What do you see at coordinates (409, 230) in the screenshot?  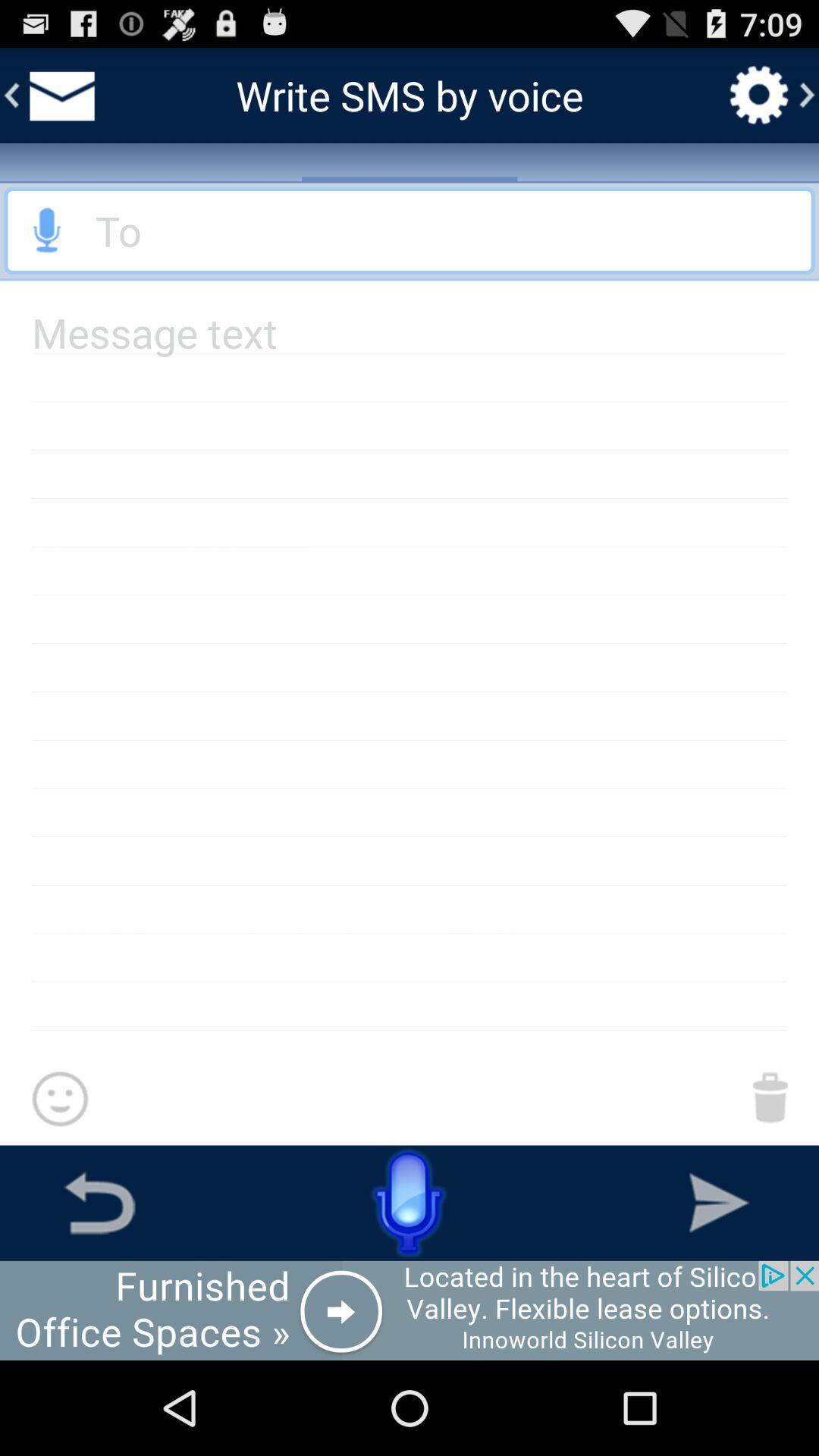 I see `go back` at bounding box center [409, 230].